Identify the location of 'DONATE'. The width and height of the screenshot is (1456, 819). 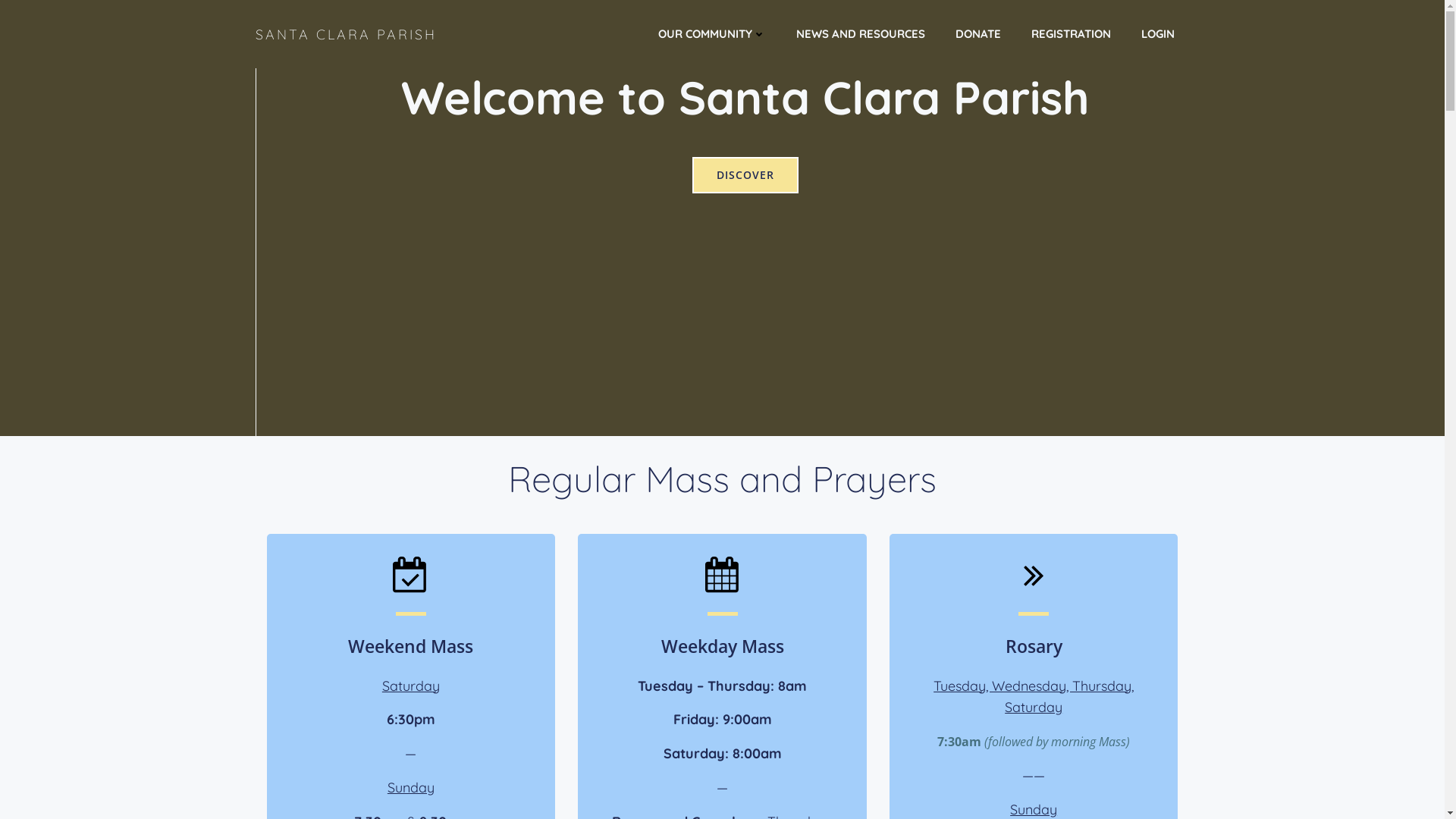
(978, 34).